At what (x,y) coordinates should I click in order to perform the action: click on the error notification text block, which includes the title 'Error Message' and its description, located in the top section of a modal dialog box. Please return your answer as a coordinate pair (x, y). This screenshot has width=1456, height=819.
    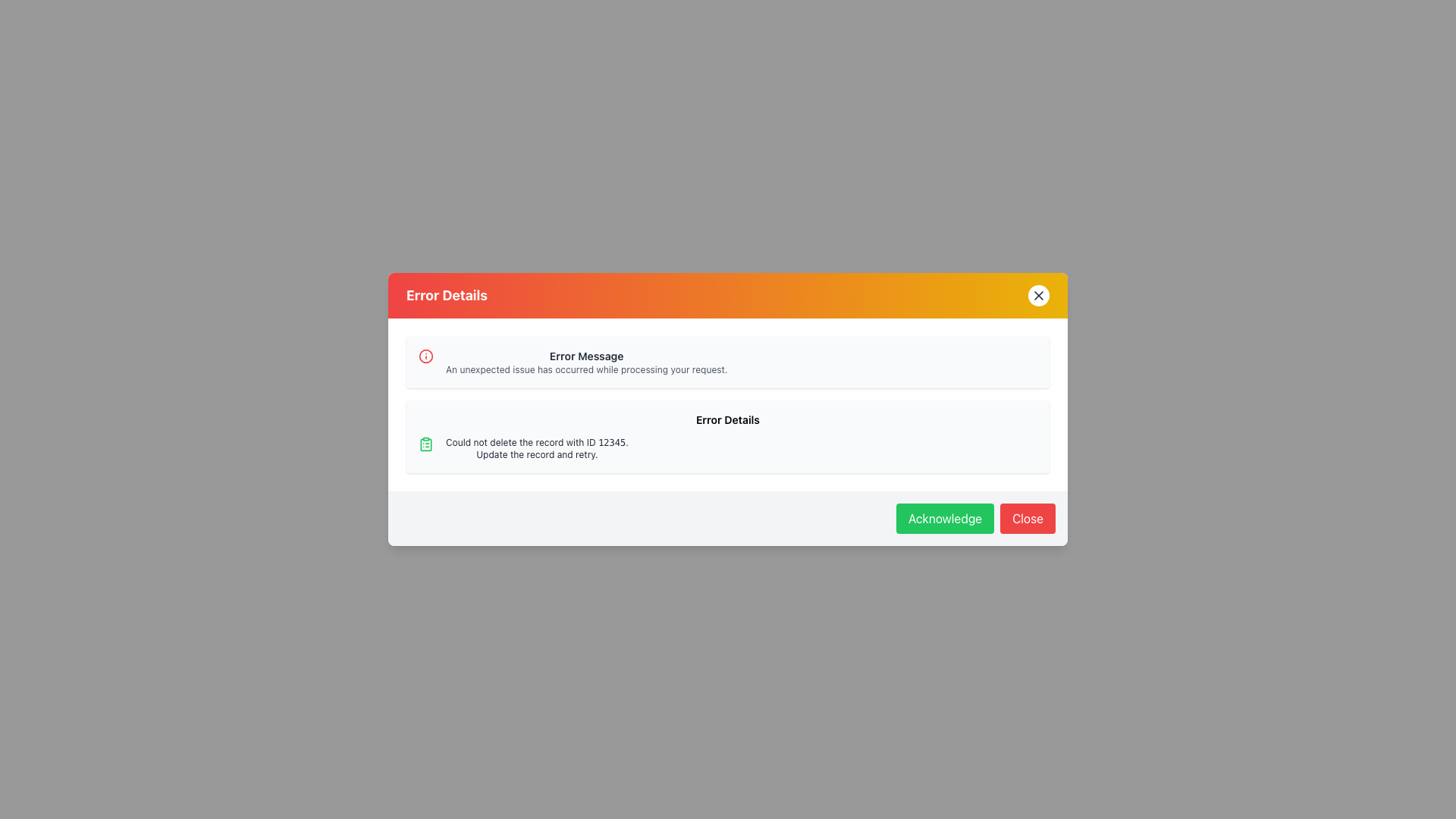
    Looking at the image, I should click on (585, 362).